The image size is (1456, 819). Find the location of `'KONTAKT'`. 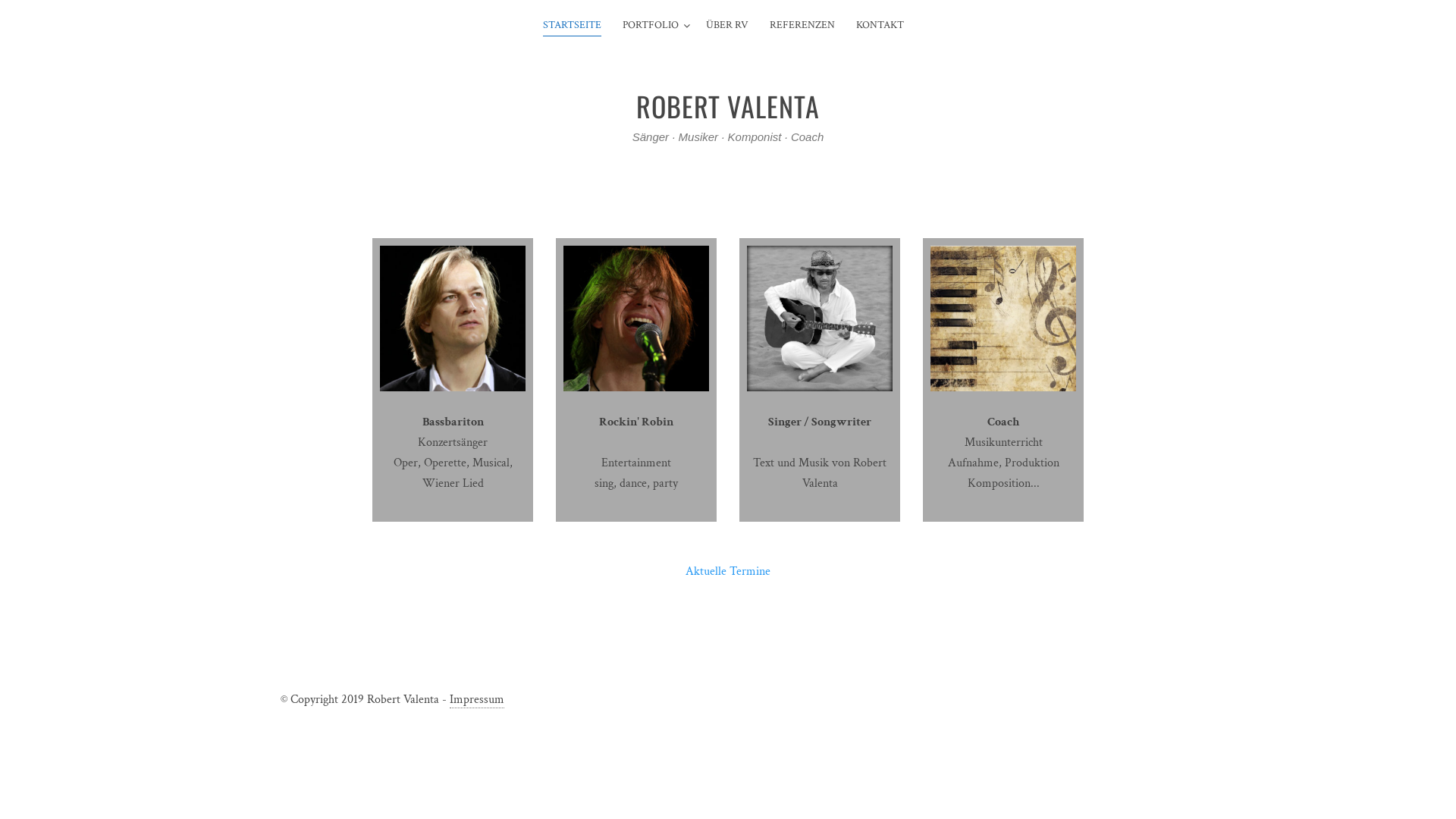

'KONTAKT' is located at coordinates (880, 26).